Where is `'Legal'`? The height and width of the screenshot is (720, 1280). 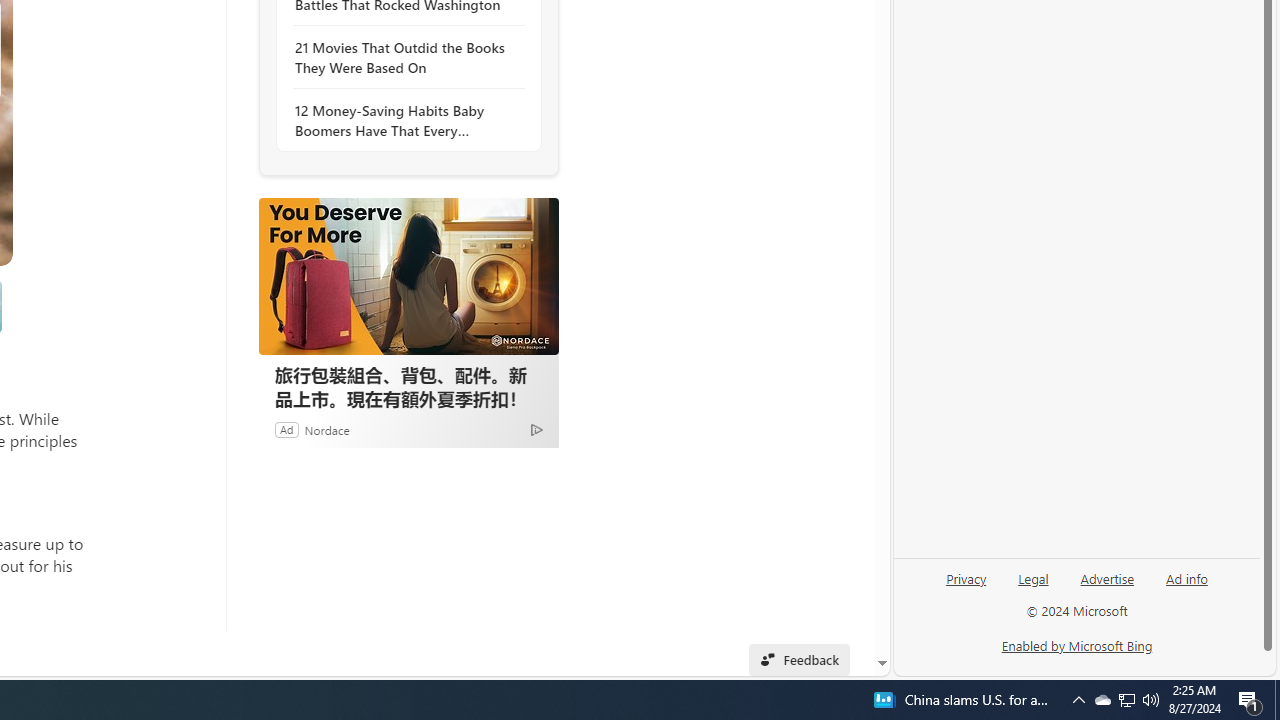
'Legal' is located at coordinates (1033, 577).